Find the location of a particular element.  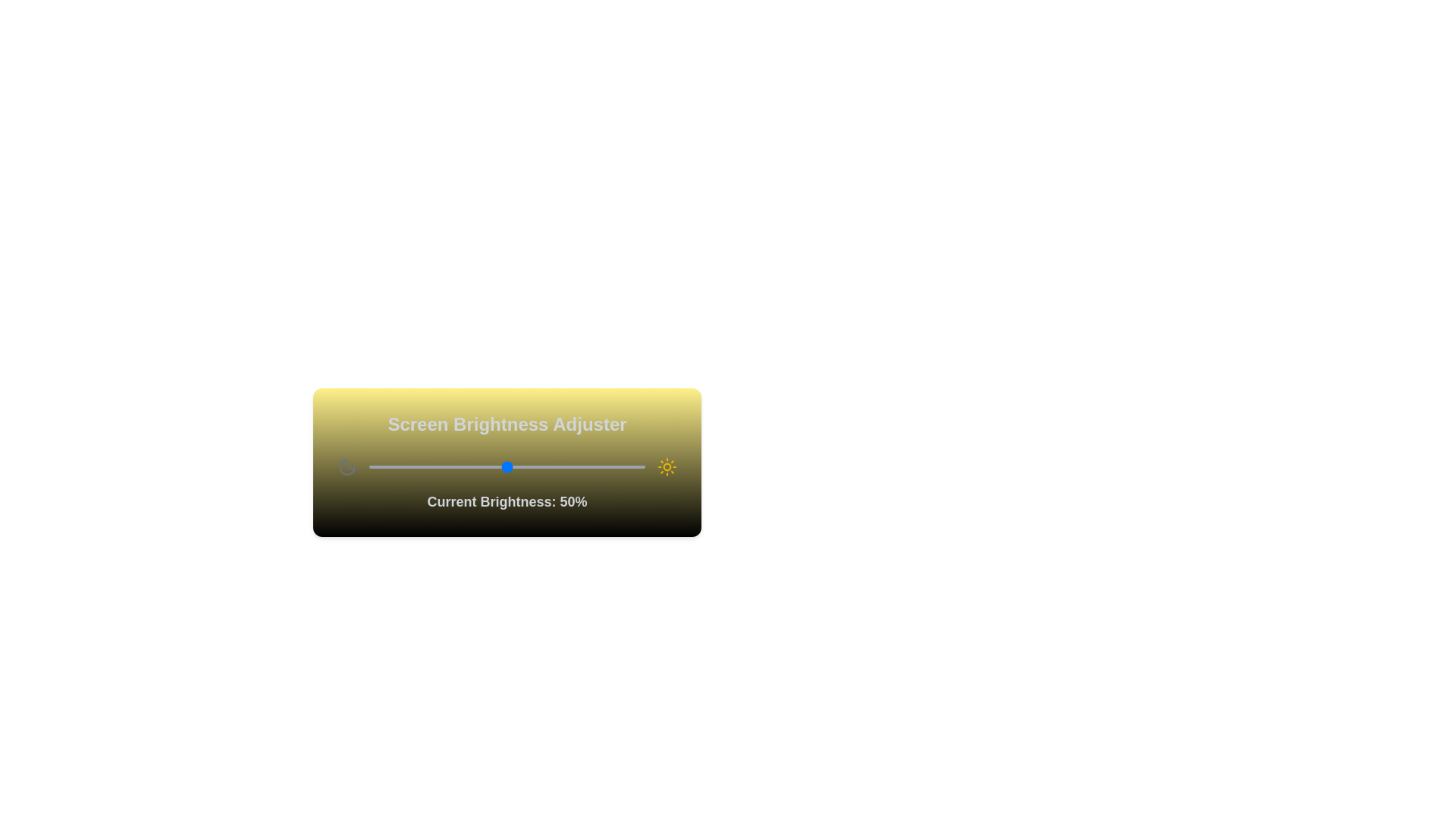

the brightness slider to 99% is located at coordinates (642, 466).